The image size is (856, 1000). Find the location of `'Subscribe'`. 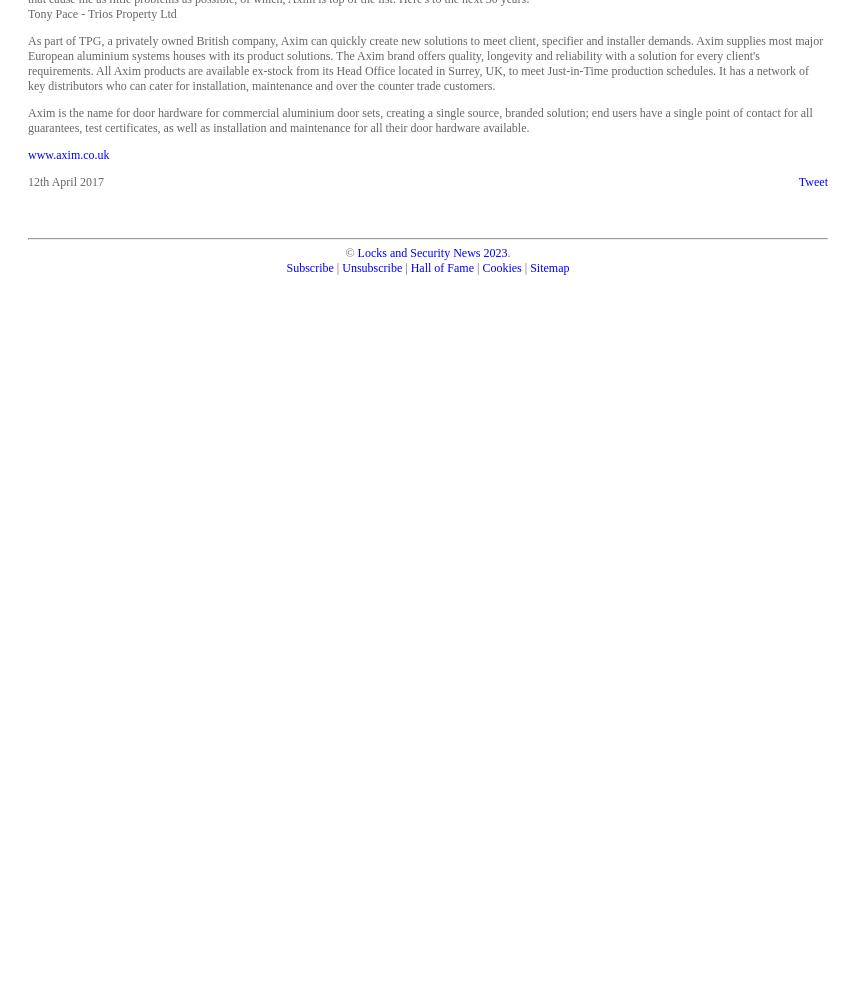

'Subscribe' is located at coordinates (309, 268).